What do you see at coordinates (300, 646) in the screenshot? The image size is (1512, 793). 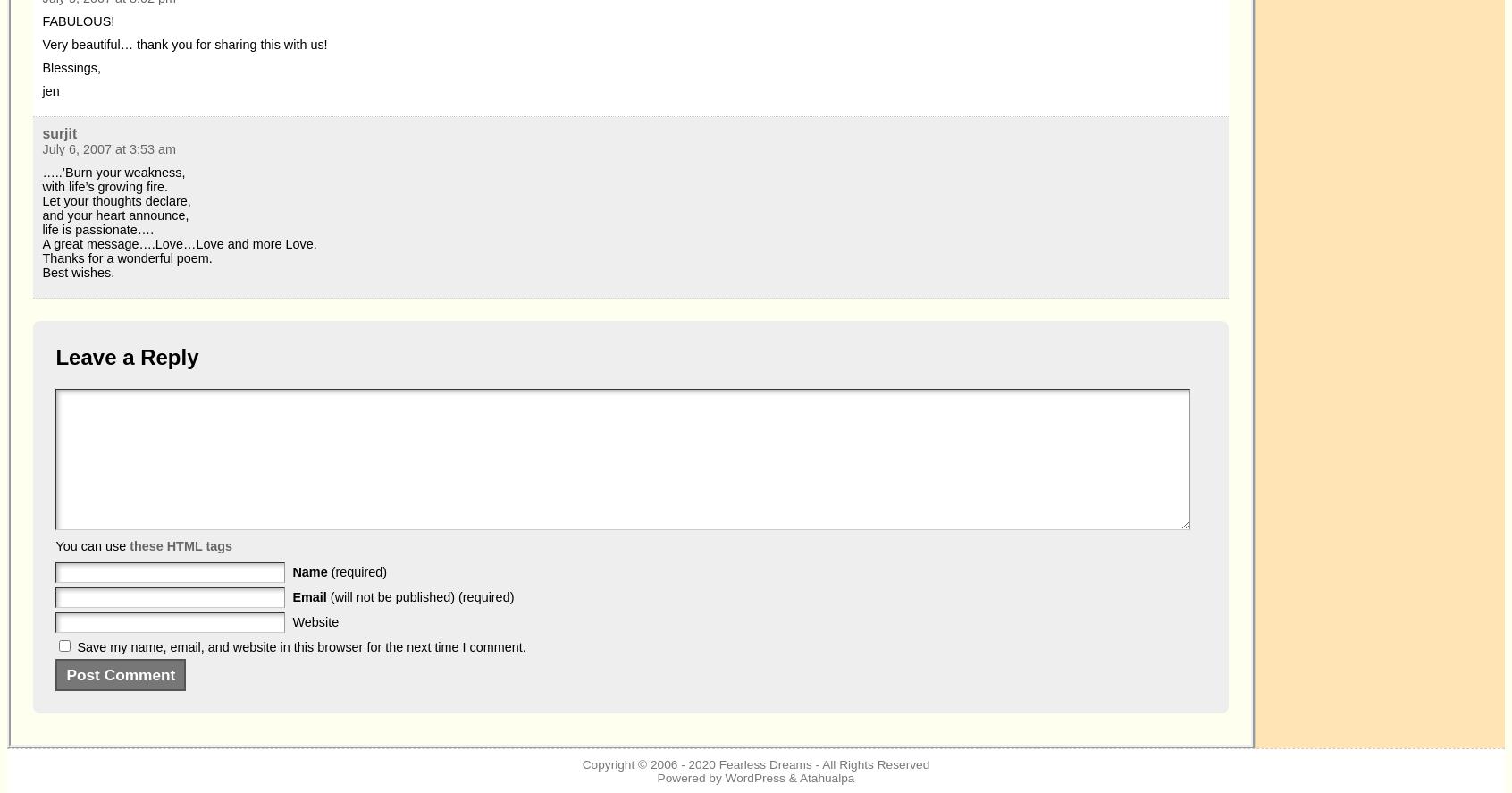 I see `'Save my name, email, and website in this browser for the next time I comment.'` at bounding box center [300, 646].